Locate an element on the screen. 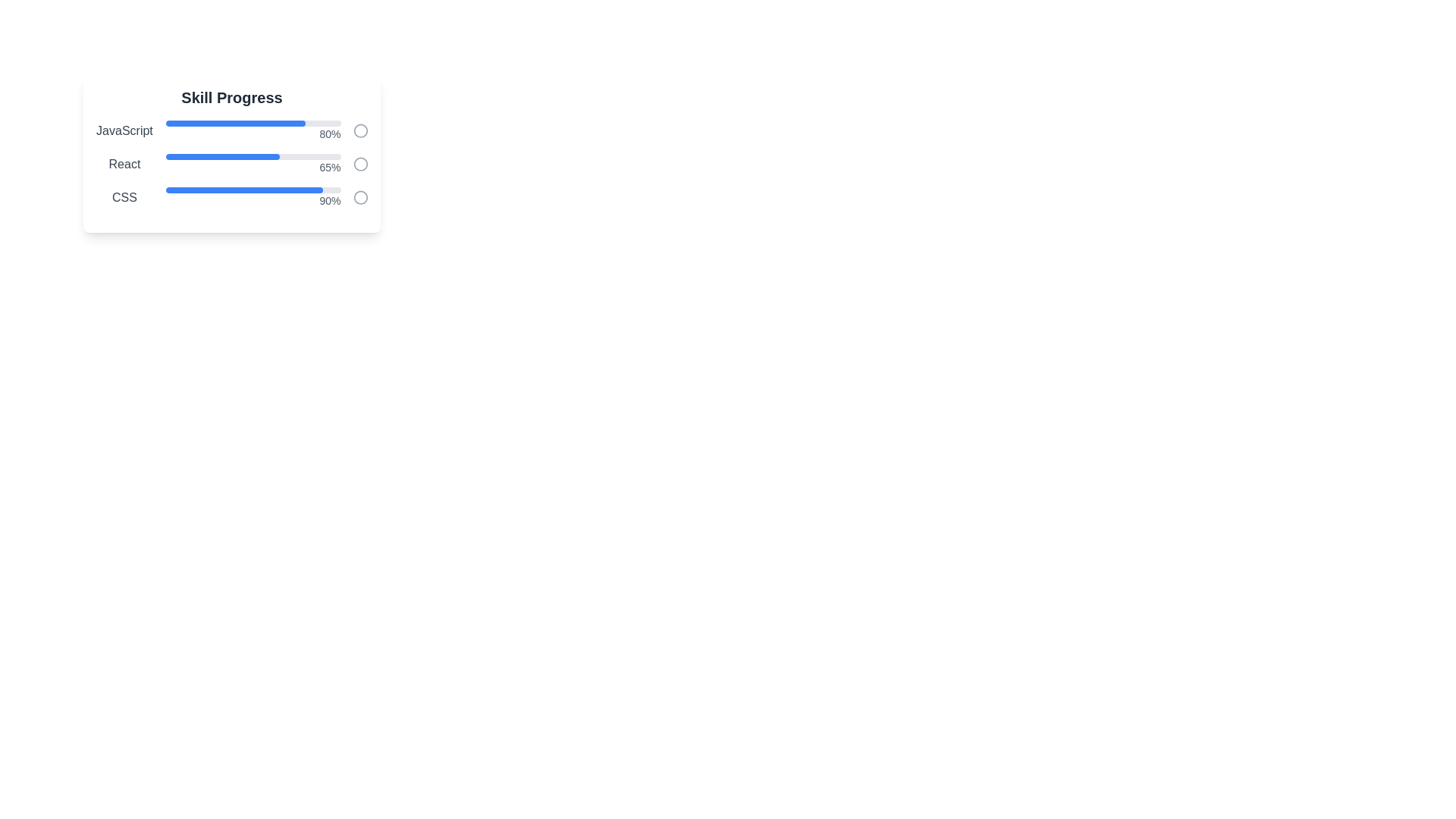 The image size is (1456, 819). the text element labeled 'React', which is displayed in medium-weight, gray-colored font and is positioned between the 'JavaScript' and 'CSS' skill rows is located at coordinates (124, 164).